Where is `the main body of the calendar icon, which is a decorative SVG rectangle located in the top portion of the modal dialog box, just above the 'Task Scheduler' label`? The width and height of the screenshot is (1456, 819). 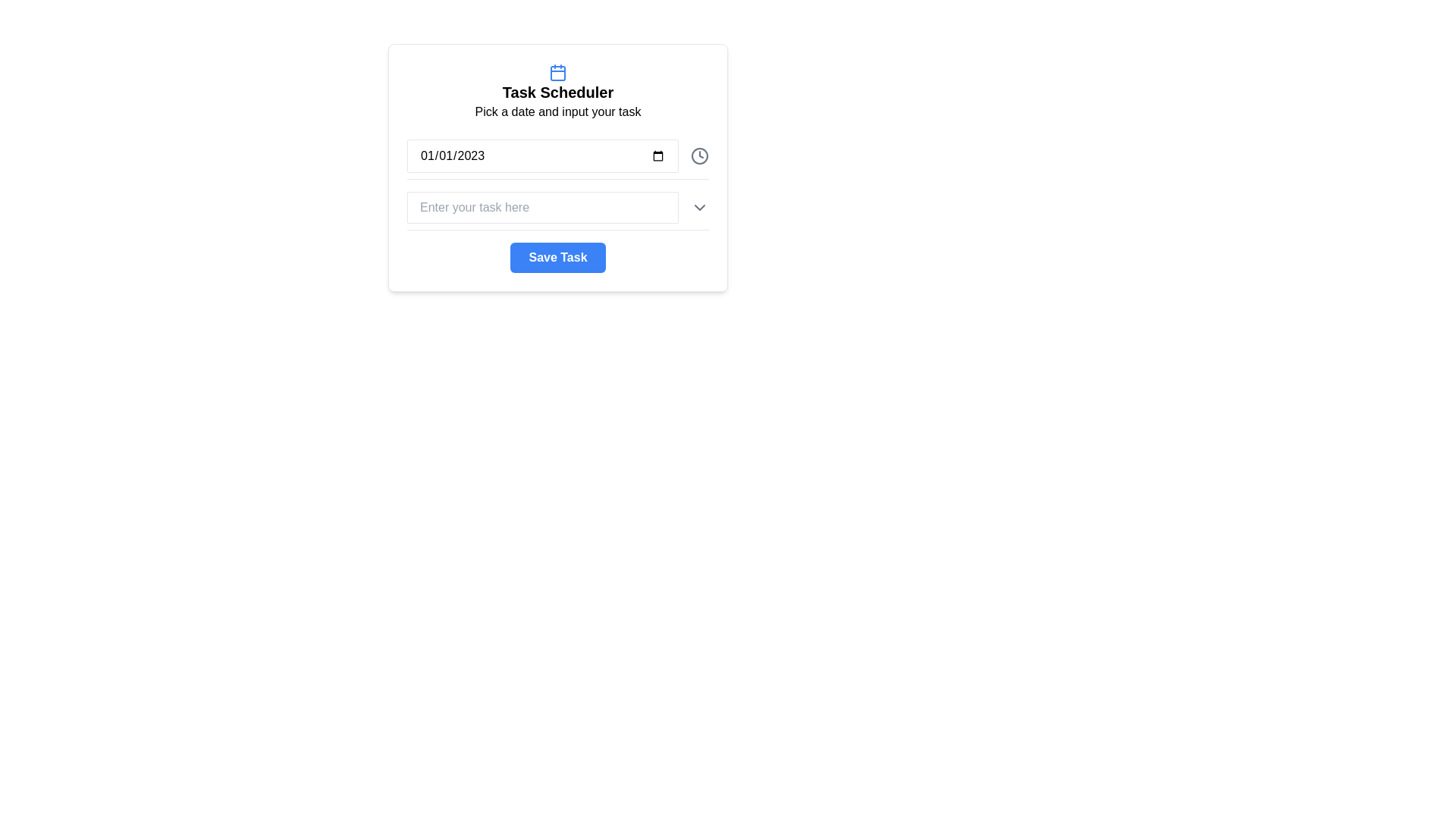 the main body of the calendar icon, which is a decorative SVG rectangle located in the top portion of the modal dialog box, just above the 'Task Scheduler' label is located at coordinates (557, 73).